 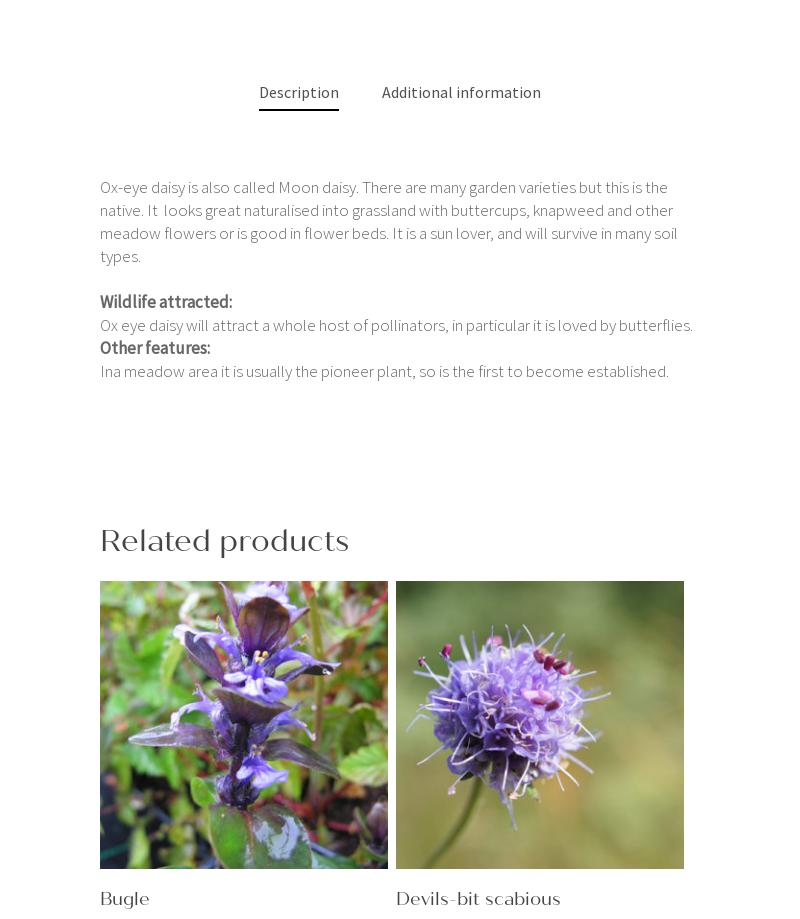 What do you see at coordinates (123, 896) in the screenshot?
I see `'Bugle'` at bounding box center [123, 896].